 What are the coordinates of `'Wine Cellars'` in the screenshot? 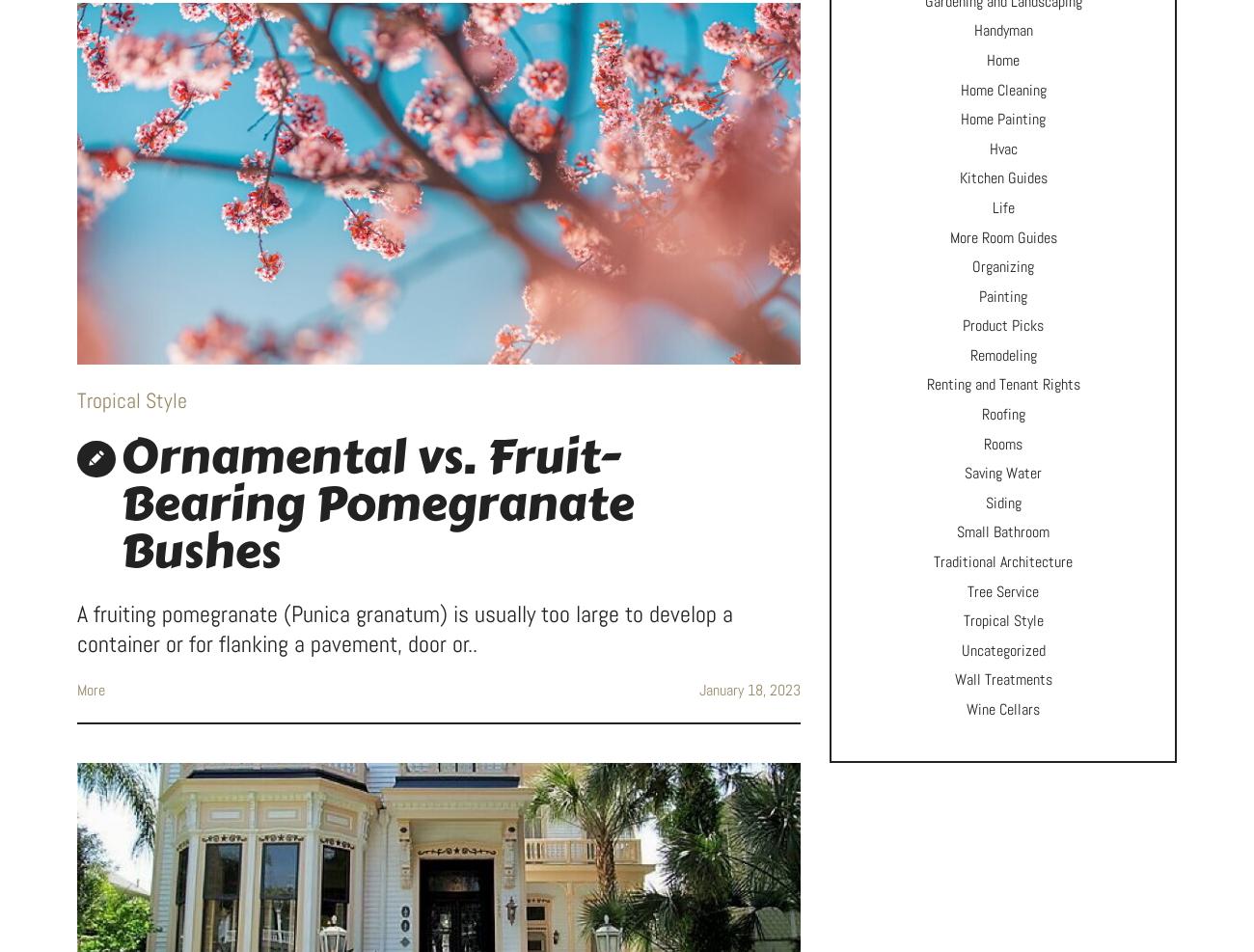 It's located at (966, 708).